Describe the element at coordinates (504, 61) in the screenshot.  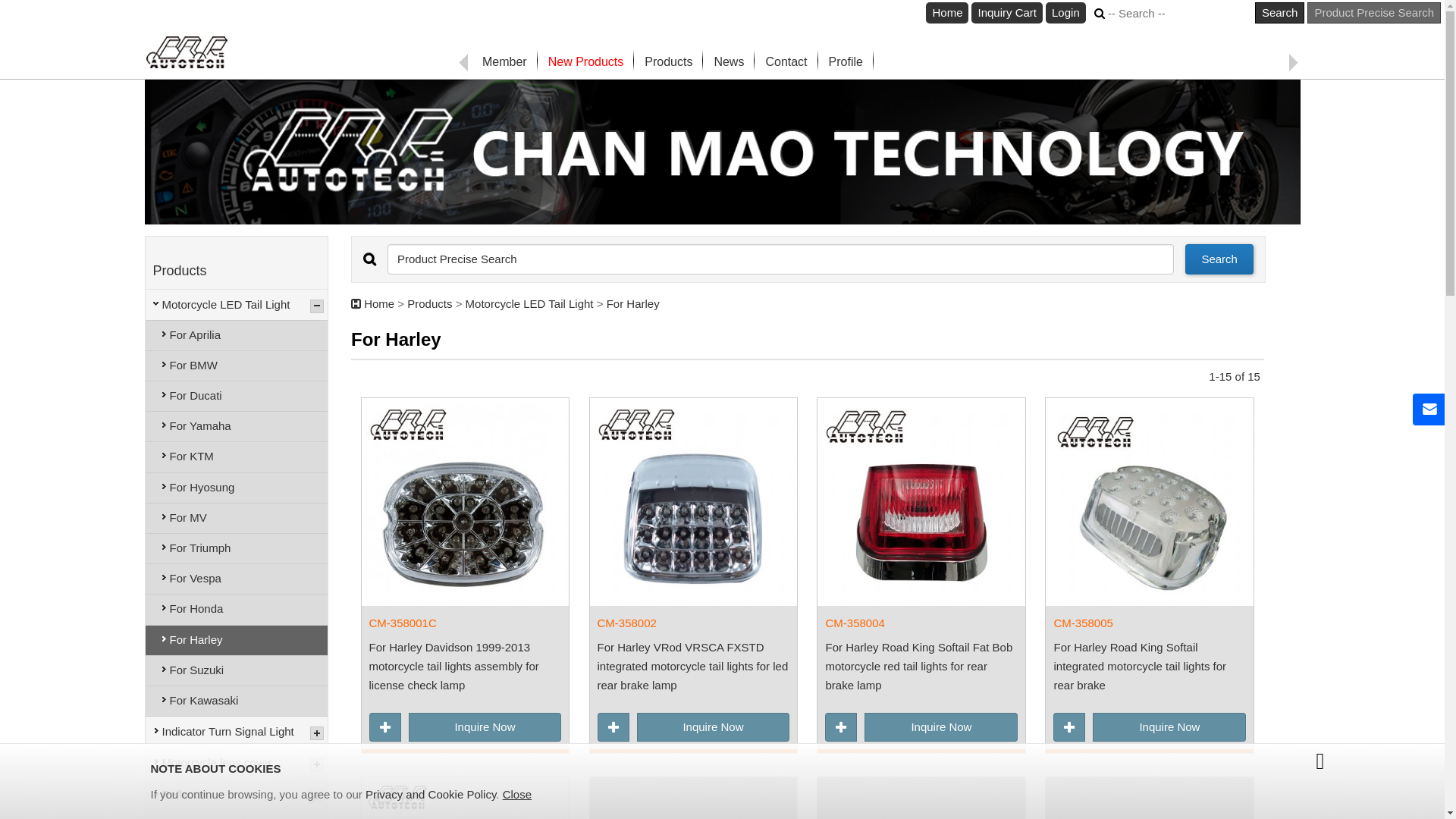
I see `'Member'` at that location.